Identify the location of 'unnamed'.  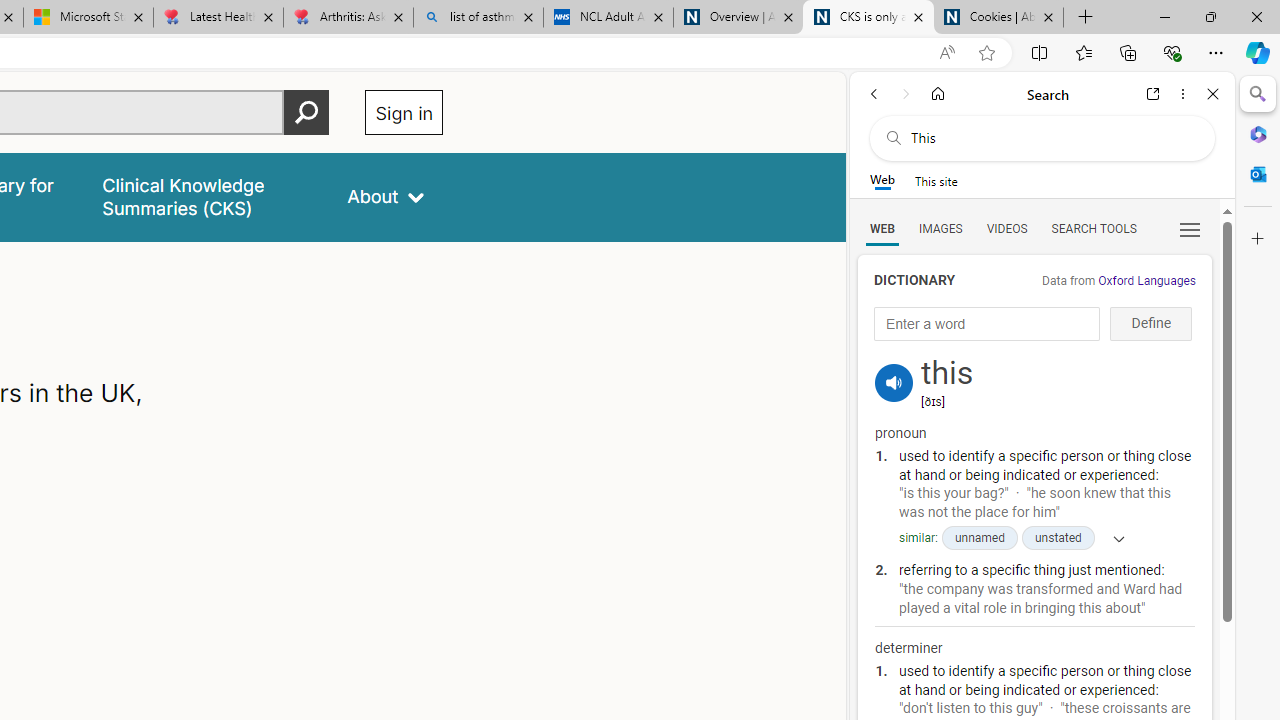
(979, 537).